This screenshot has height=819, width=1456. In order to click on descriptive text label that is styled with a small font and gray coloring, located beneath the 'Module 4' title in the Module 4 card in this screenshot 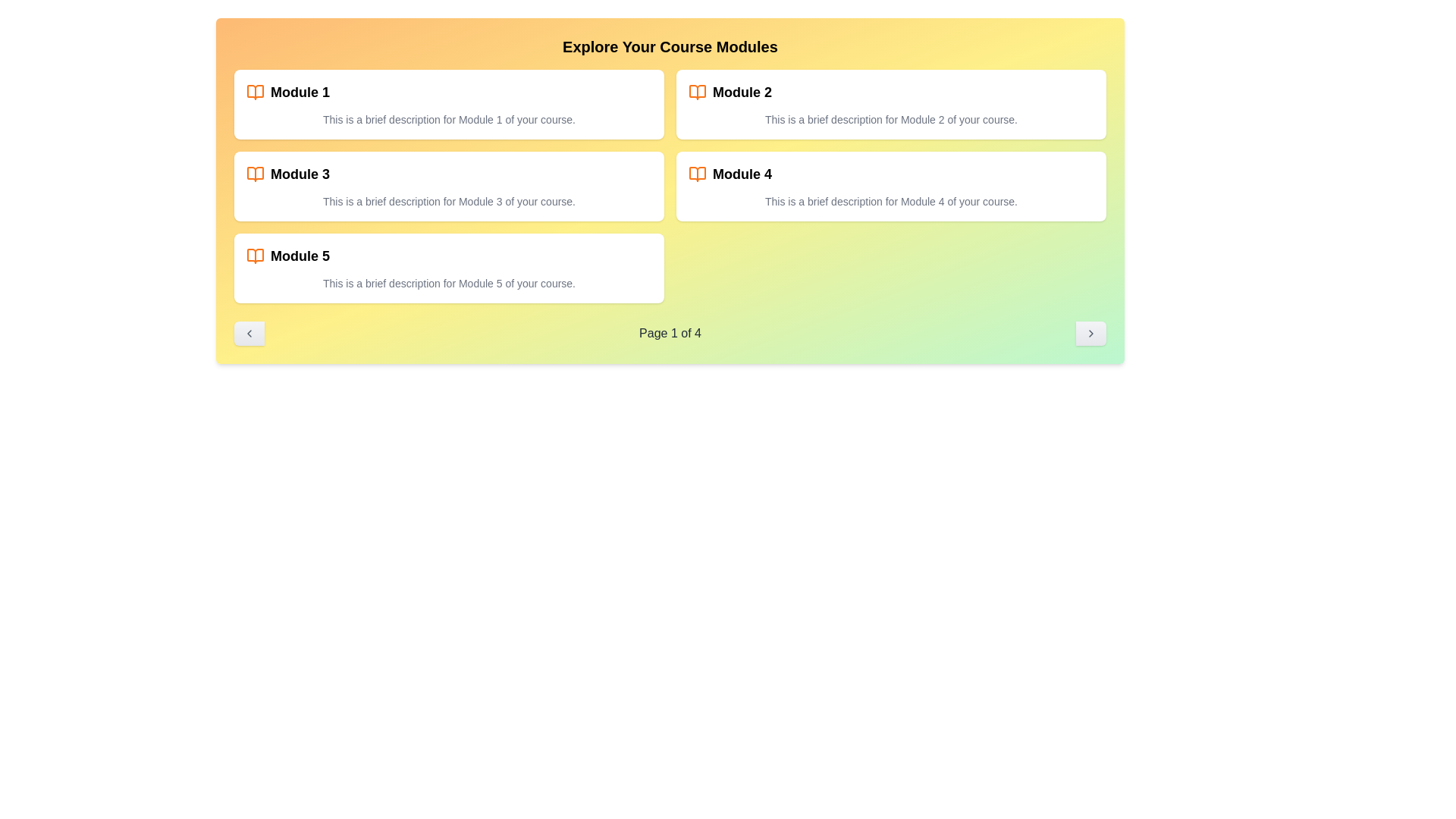, I will do `click(891, 201)`.